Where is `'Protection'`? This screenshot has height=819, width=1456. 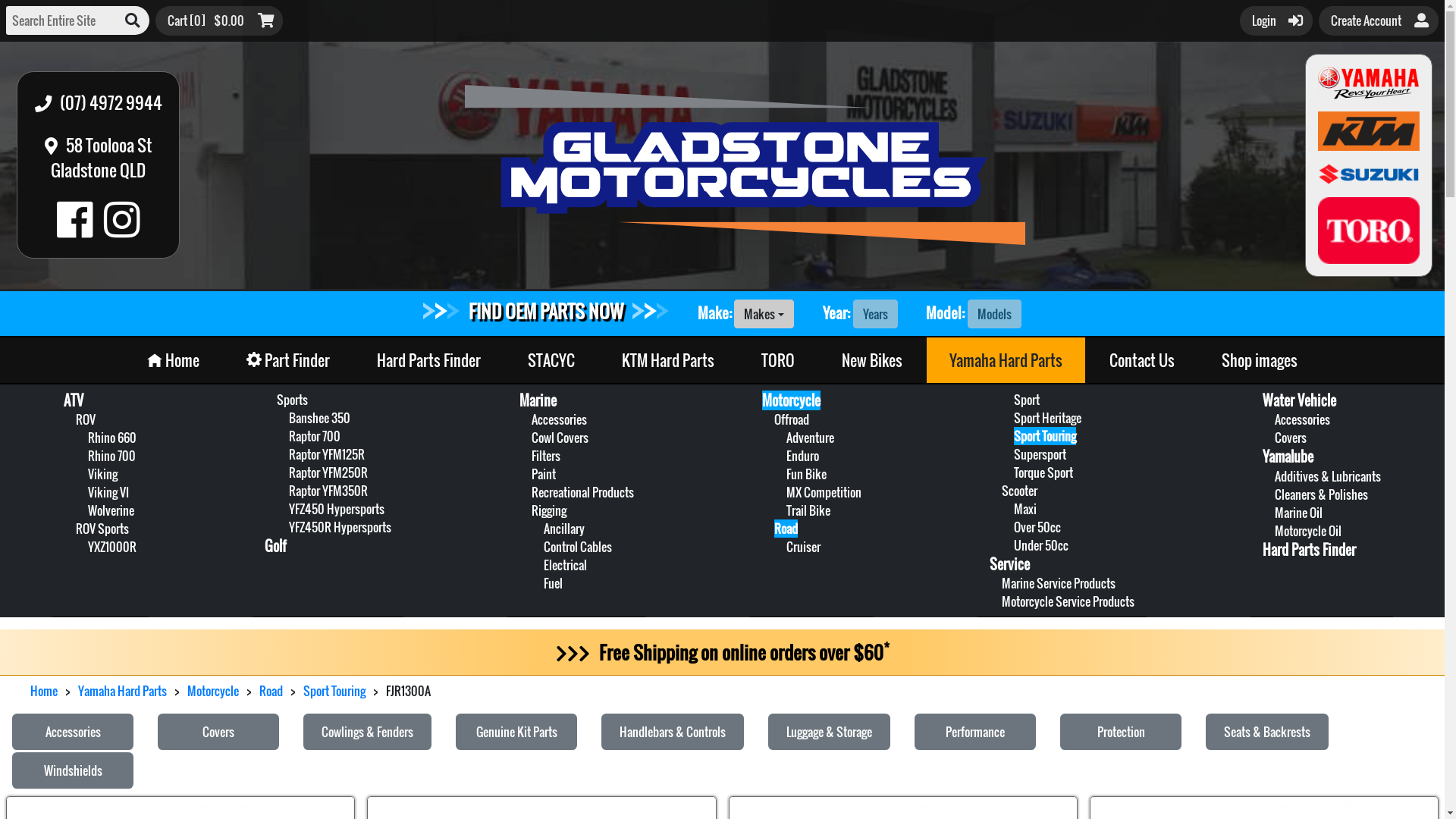 'Protection' is located at coordinates (1120, 730).